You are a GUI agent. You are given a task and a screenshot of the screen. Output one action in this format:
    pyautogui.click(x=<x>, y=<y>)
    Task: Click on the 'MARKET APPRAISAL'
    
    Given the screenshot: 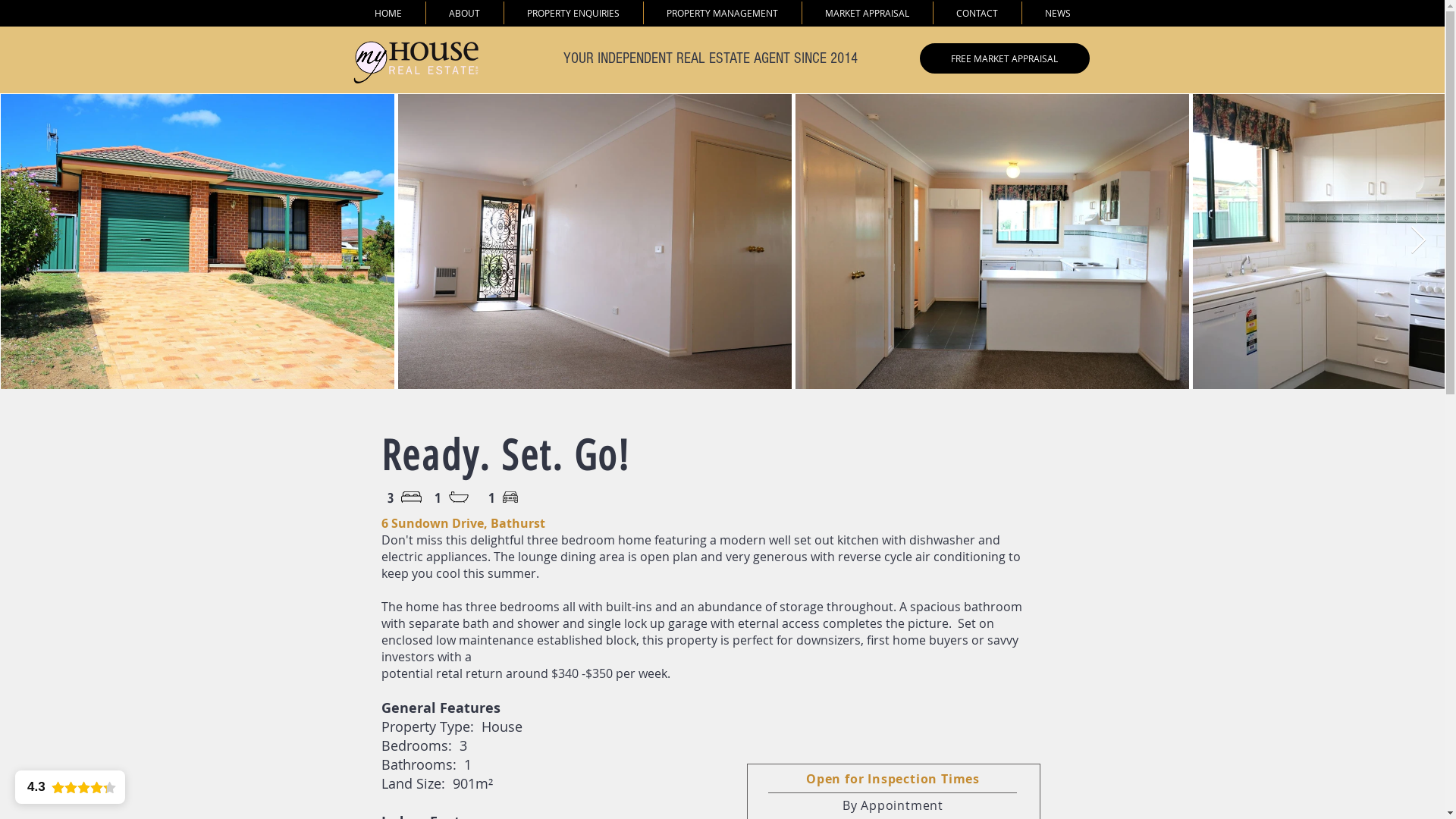 What is the action you would take?
    pyautogui.click(x=867, y=12)
    